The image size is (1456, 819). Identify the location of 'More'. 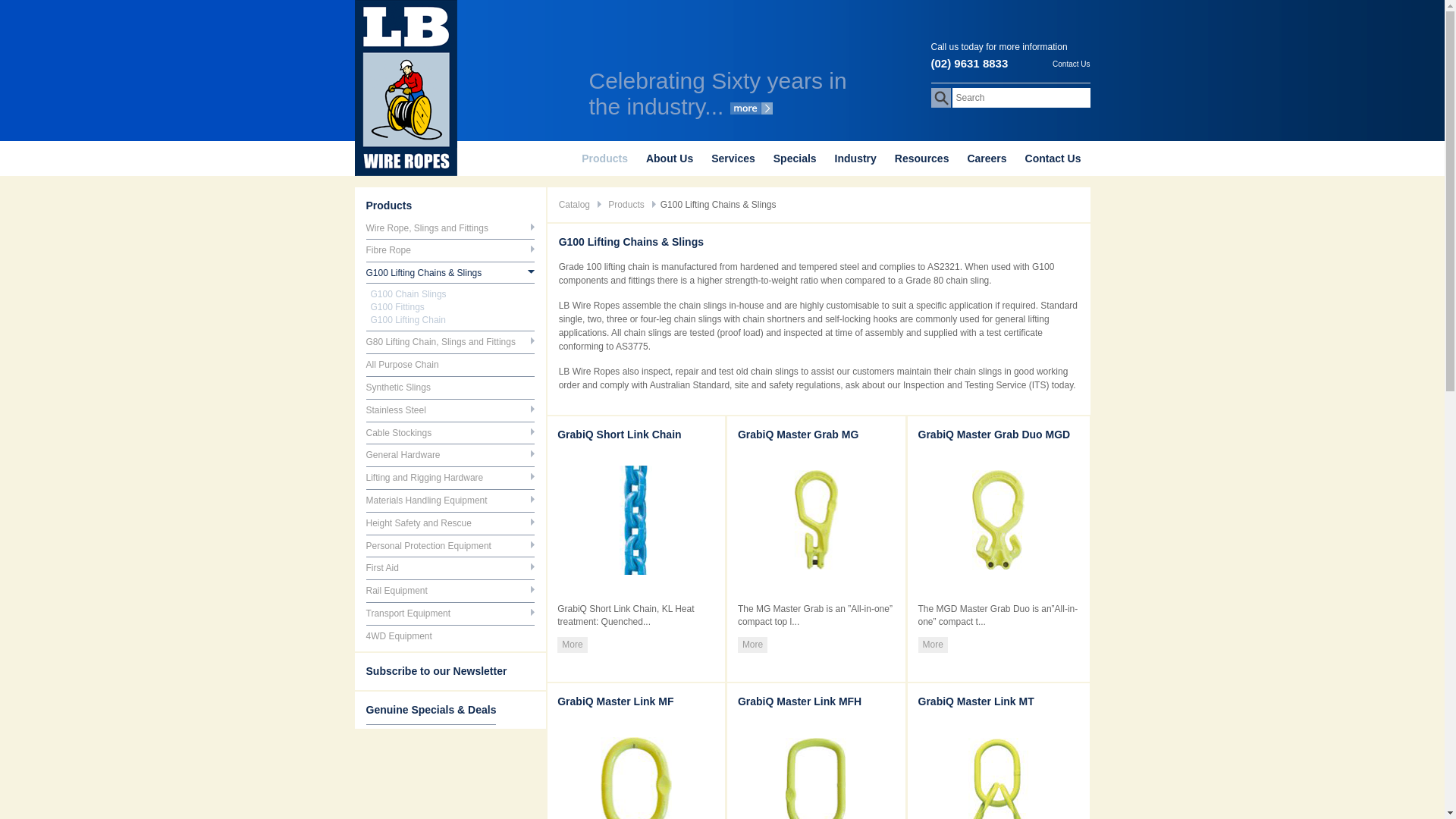
(932, 645).